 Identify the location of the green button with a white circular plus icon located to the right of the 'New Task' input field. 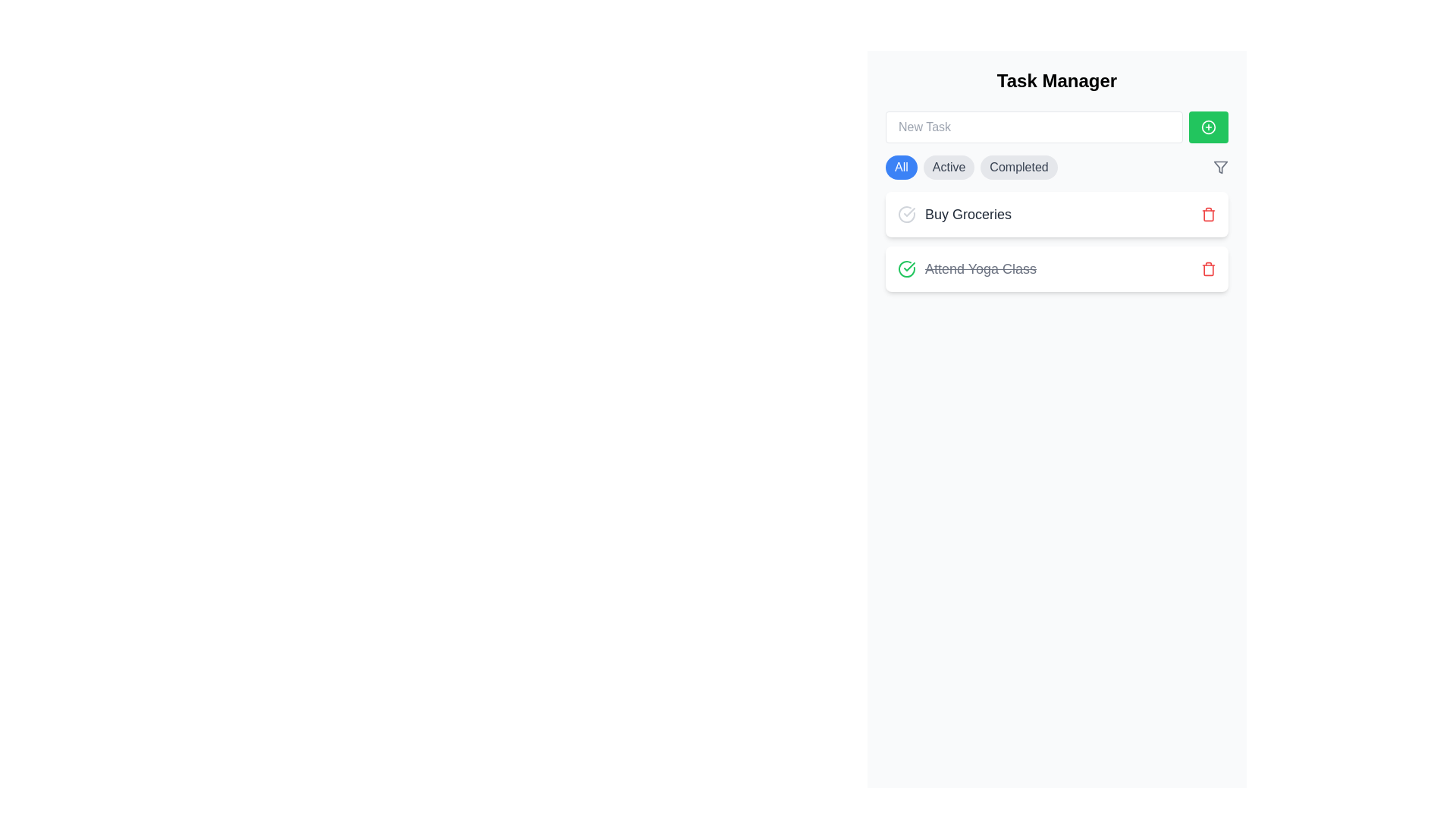
(1207, 127).